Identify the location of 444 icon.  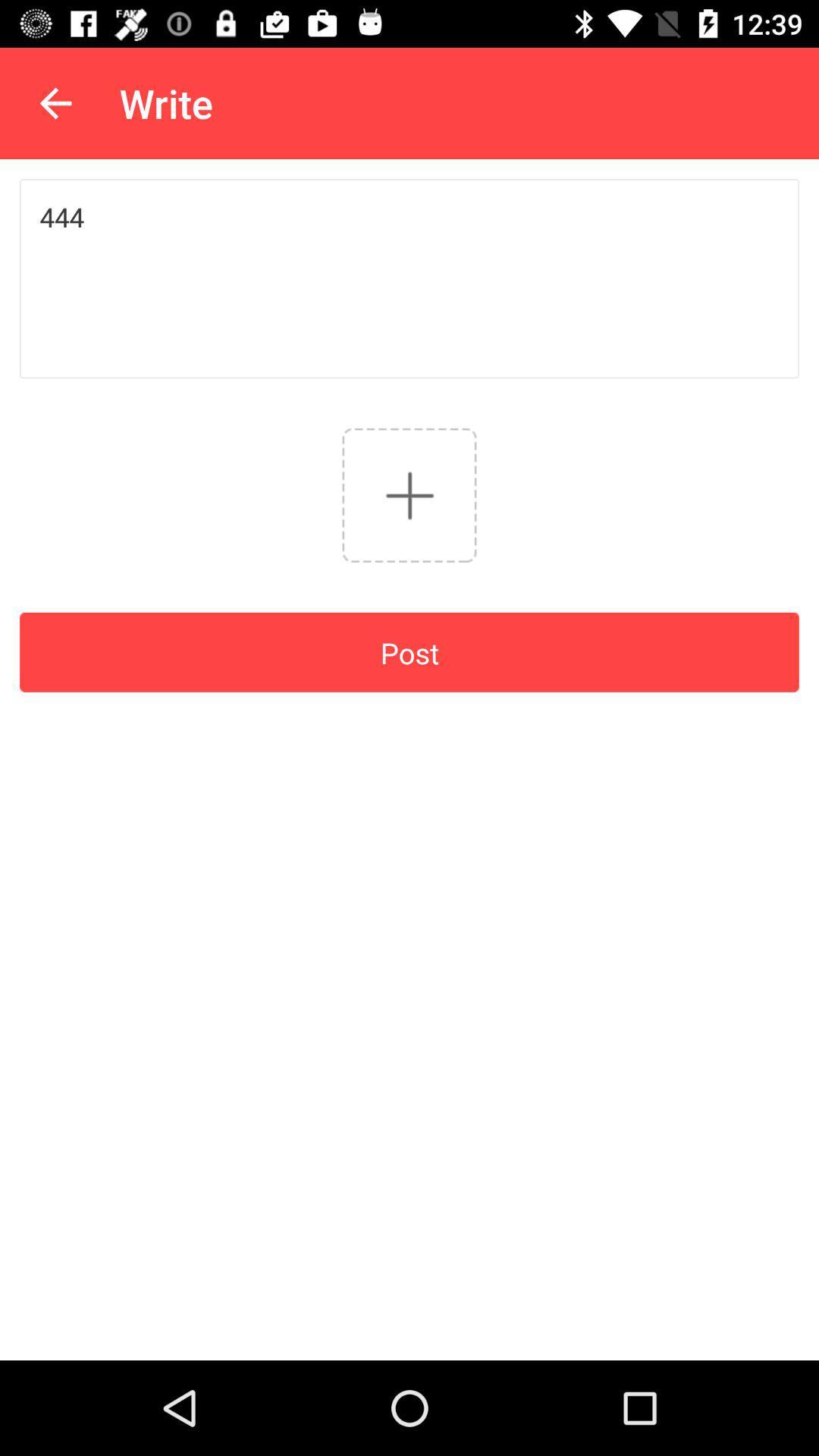
(409, 278).